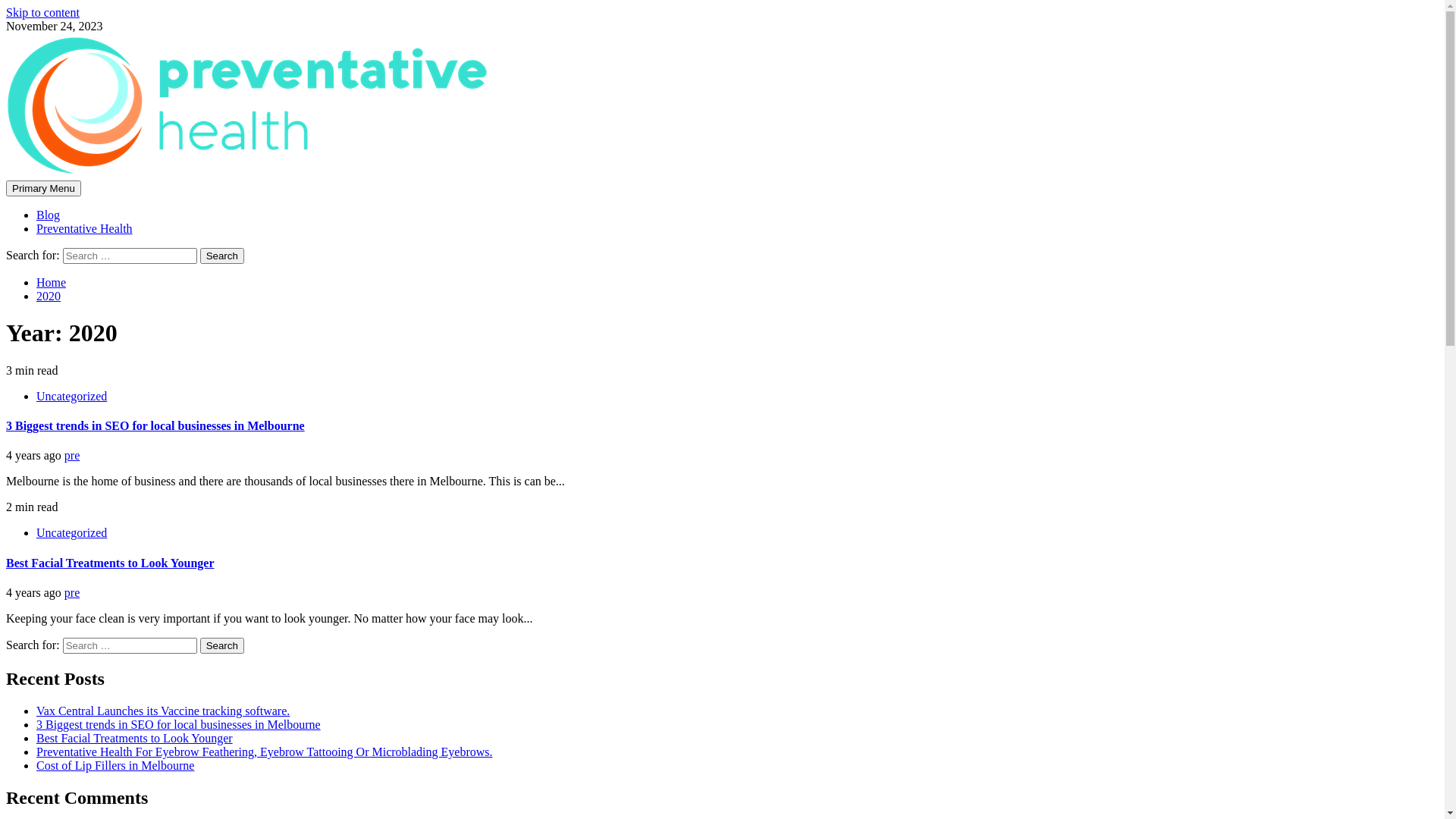 The height and width of the screenshot is (819, 1456). What do you see at coordinates (71, 454) in the screenshot?
I see `'pre'` at bounding box center [71, 454].